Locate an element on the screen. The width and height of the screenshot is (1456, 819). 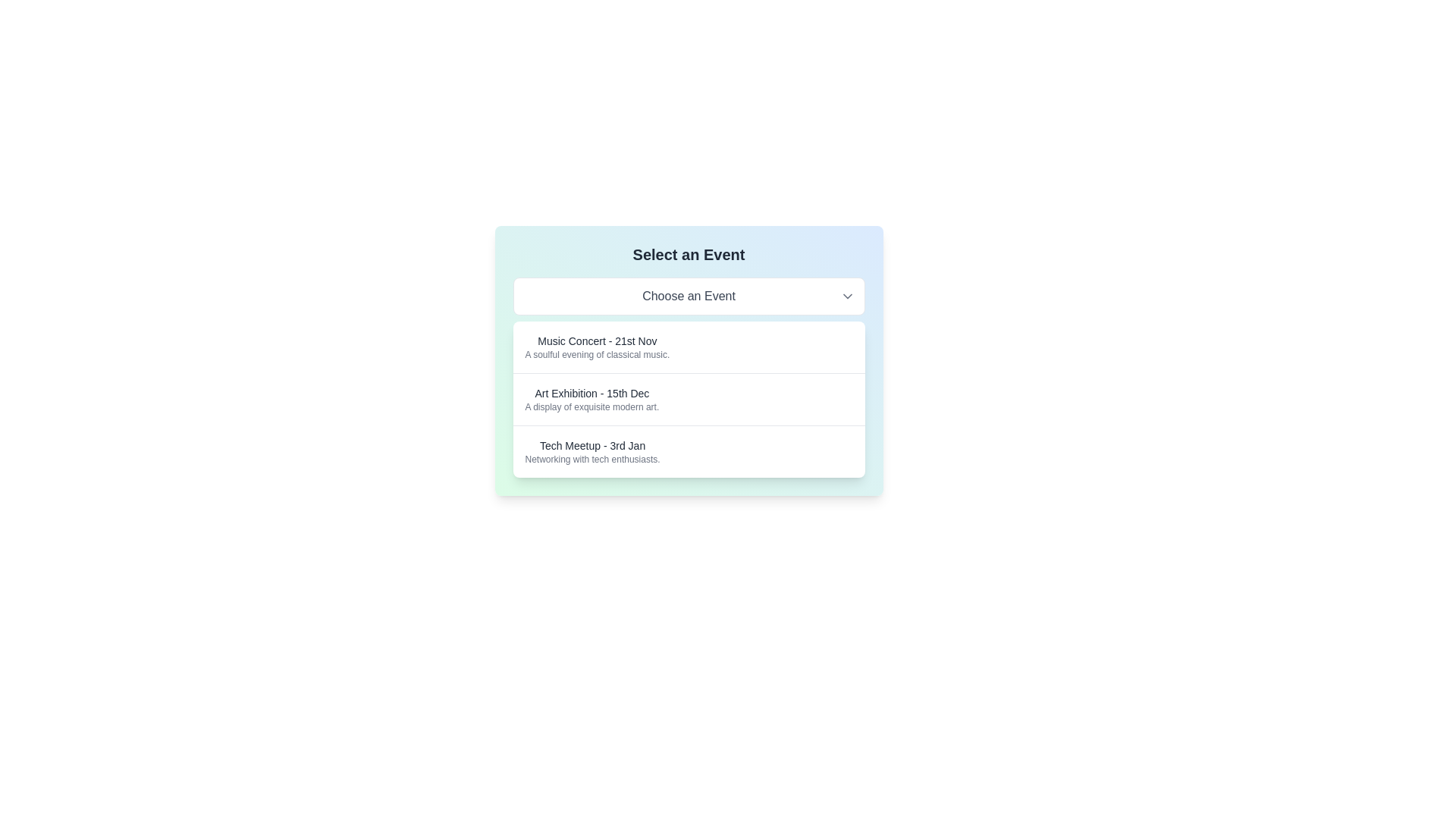
the first entry in the vertical list of event options under the 'Select an Event' dropdown menu is located at coordinates (596, 347).